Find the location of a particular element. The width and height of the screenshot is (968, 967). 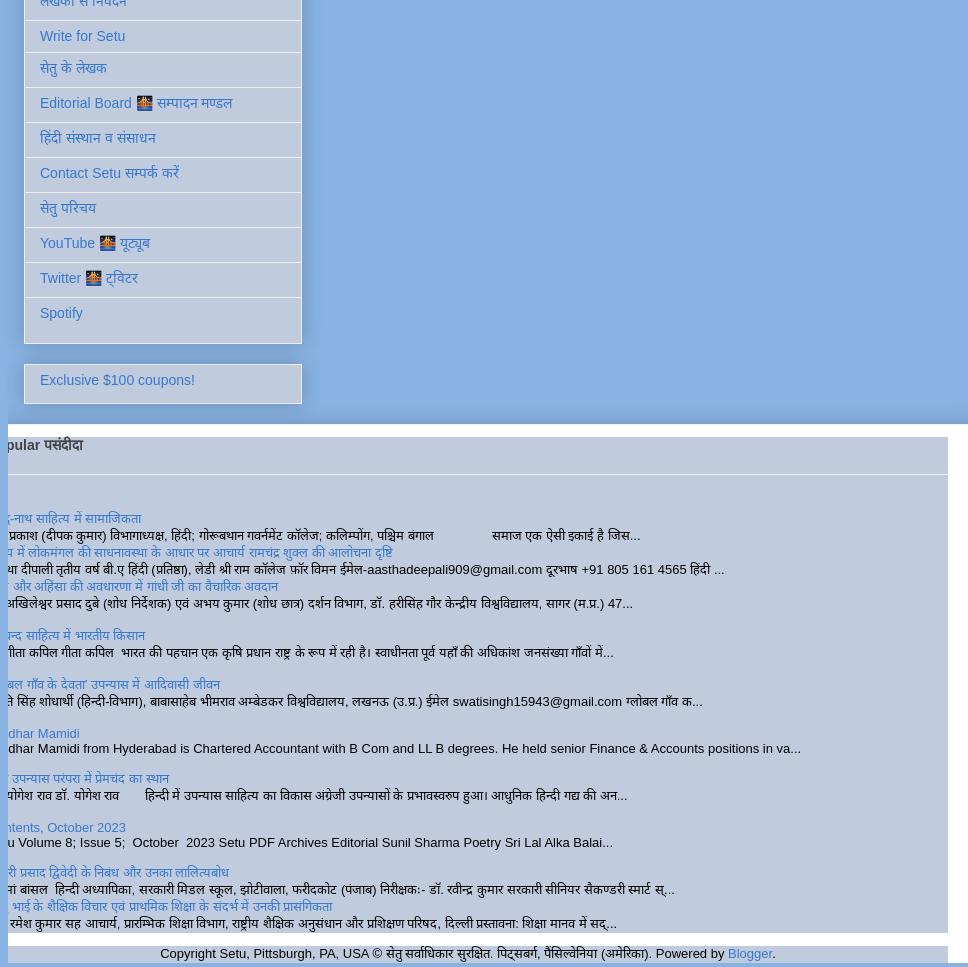

'Twitter 🌉 ट्विटर' is located at coordinates (88, 276).